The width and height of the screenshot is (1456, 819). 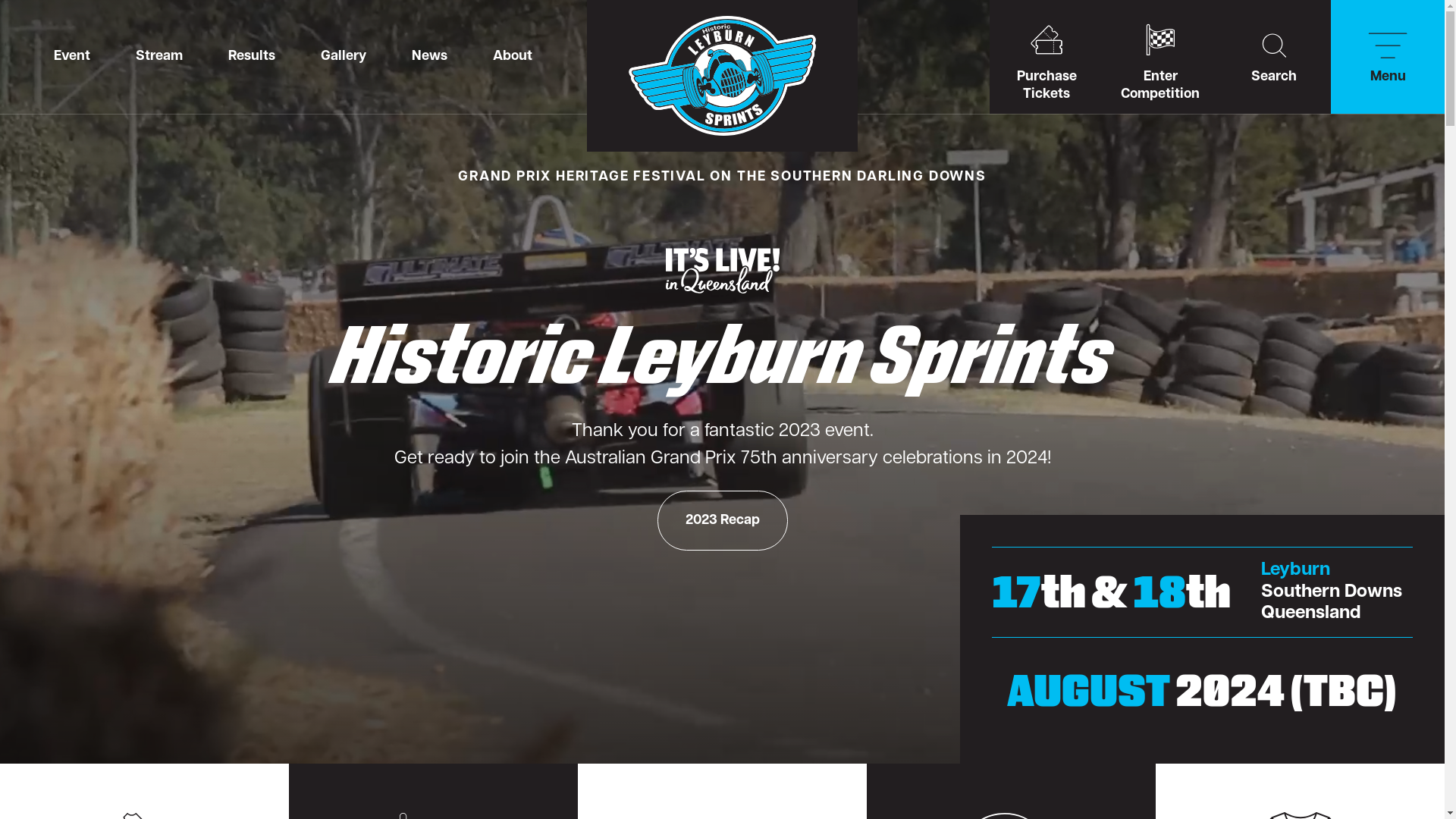 I want to click on 'Purchase Tickets', so click(x=1046, y=55).